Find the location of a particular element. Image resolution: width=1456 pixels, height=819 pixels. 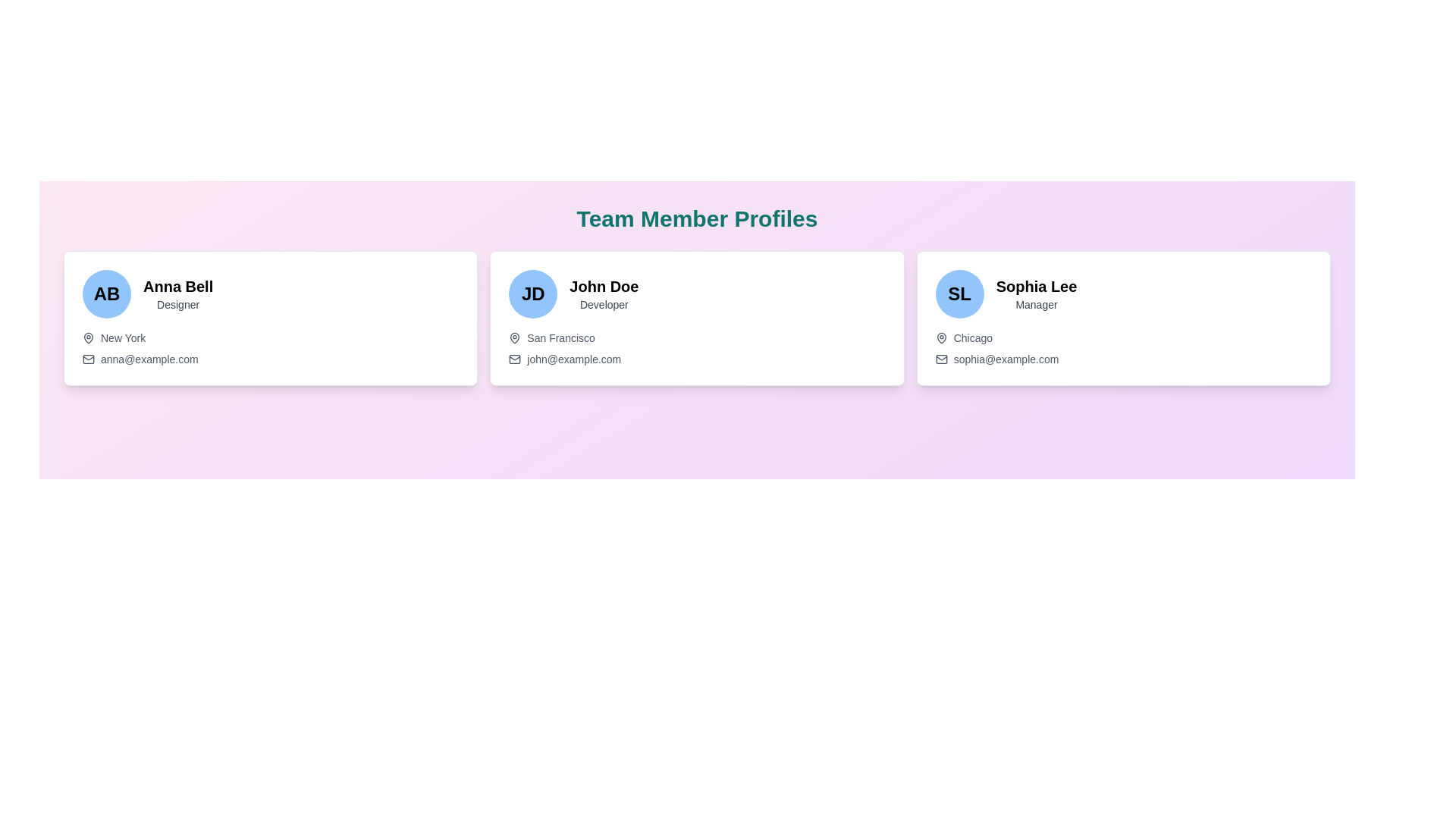

the SVG map pin icon representing the geographical location next to 'San Francisco' in John Doe's profile card is located at coordinates (515, 337).